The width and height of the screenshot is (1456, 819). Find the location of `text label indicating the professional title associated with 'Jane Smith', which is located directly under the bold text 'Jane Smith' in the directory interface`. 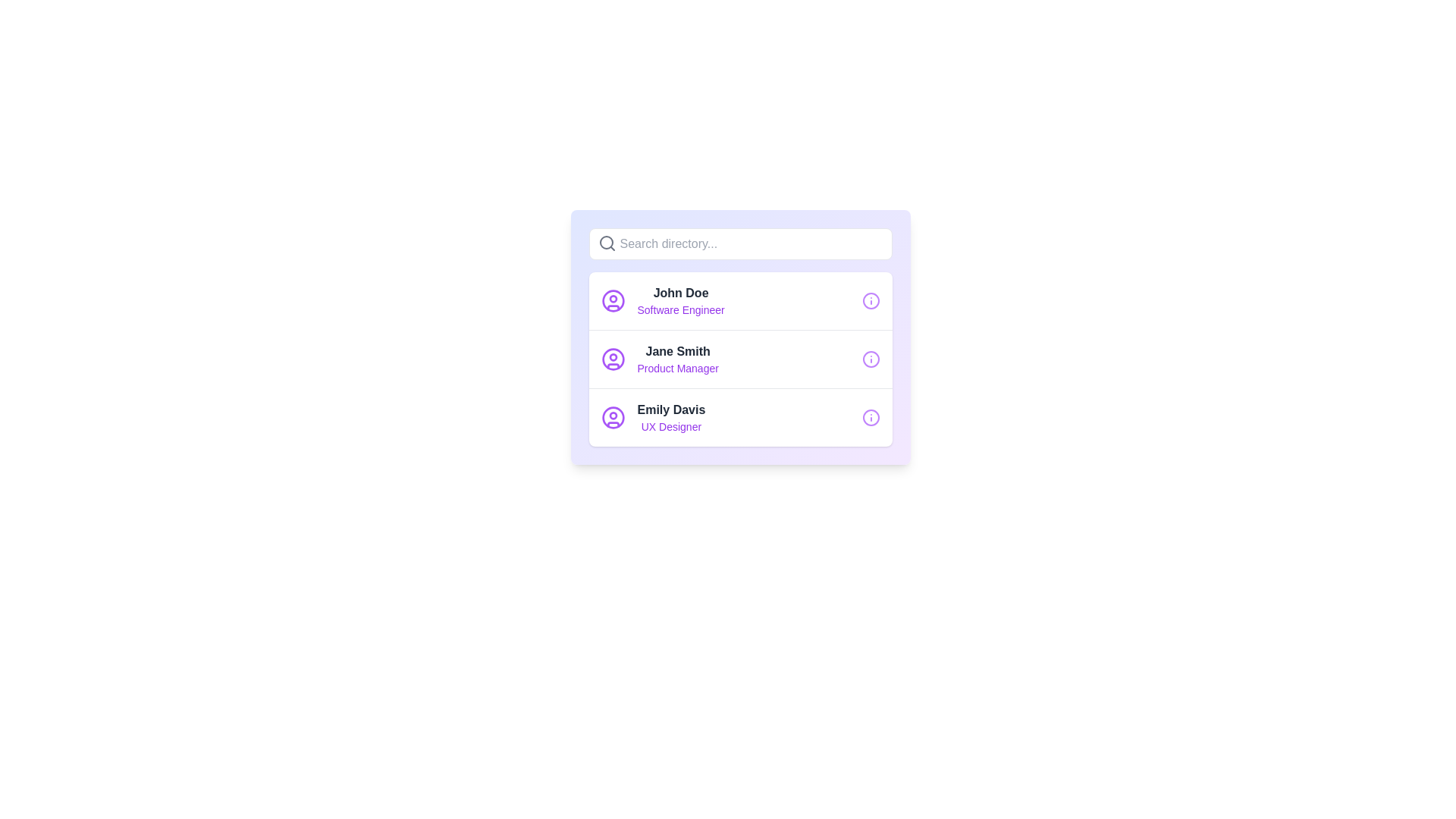

text label indicating the professional title associated with 'Jane Smith', which is located directly under the bold text 'Jane Smith' in the directory interface is located at coordinates (677, 369).